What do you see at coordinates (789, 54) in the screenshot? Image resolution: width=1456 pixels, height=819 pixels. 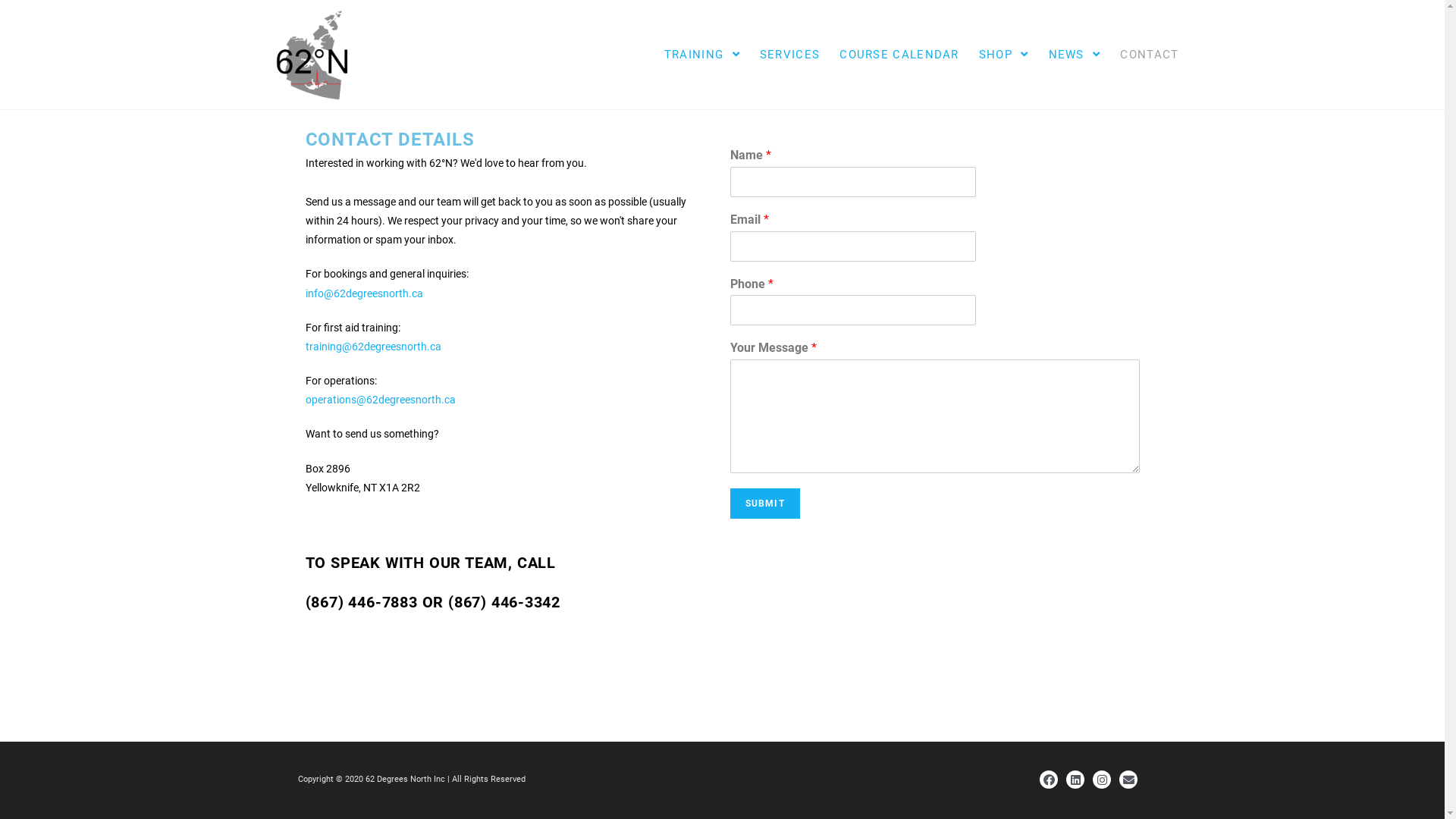 I see `'SERVICES'` at bounding box center [789, 54].